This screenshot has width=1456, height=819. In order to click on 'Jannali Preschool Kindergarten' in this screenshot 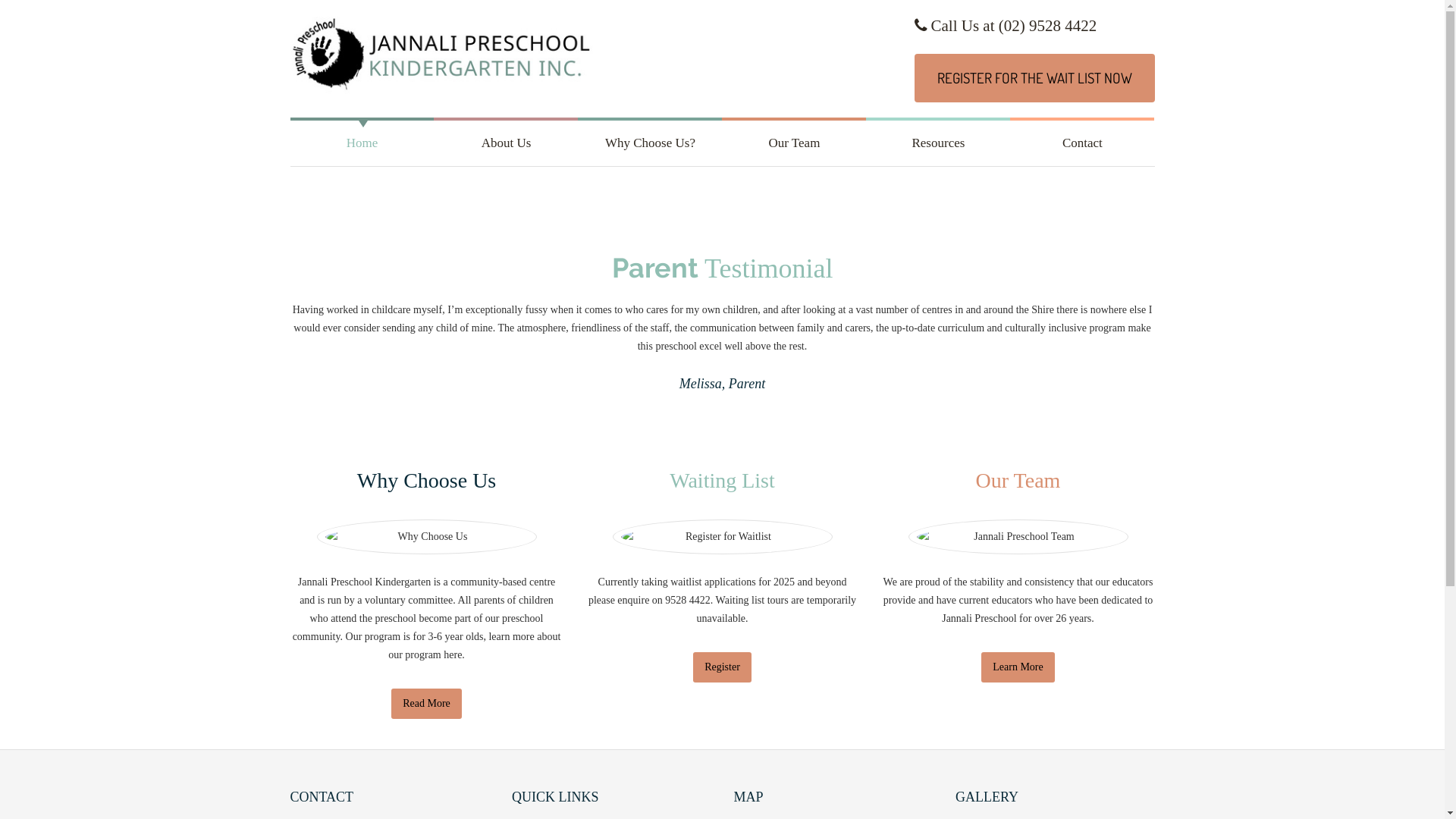, I will do `click(440, 58)`.